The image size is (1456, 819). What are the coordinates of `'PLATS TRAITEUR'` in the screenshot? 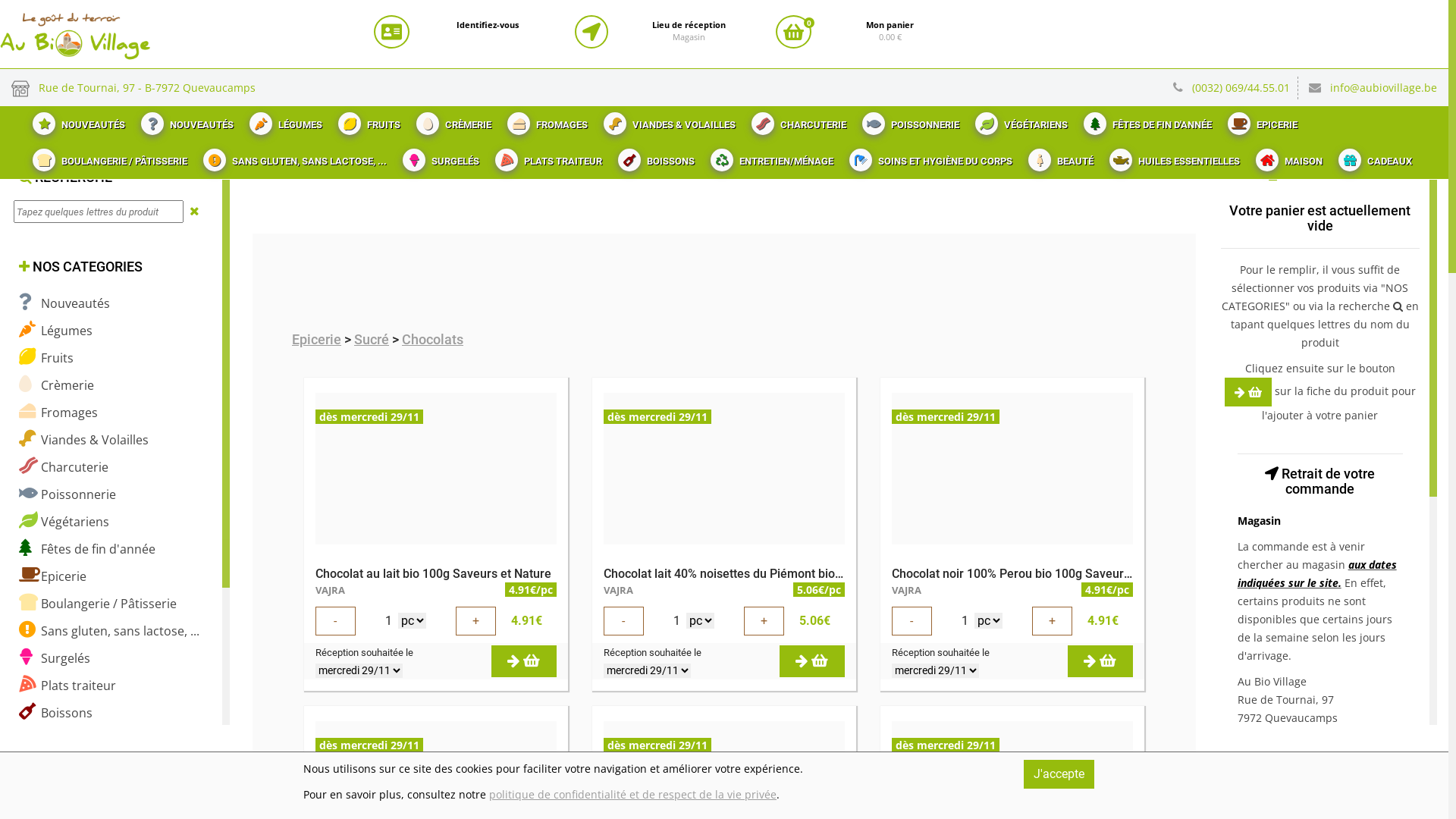 It's located at (546, 157).